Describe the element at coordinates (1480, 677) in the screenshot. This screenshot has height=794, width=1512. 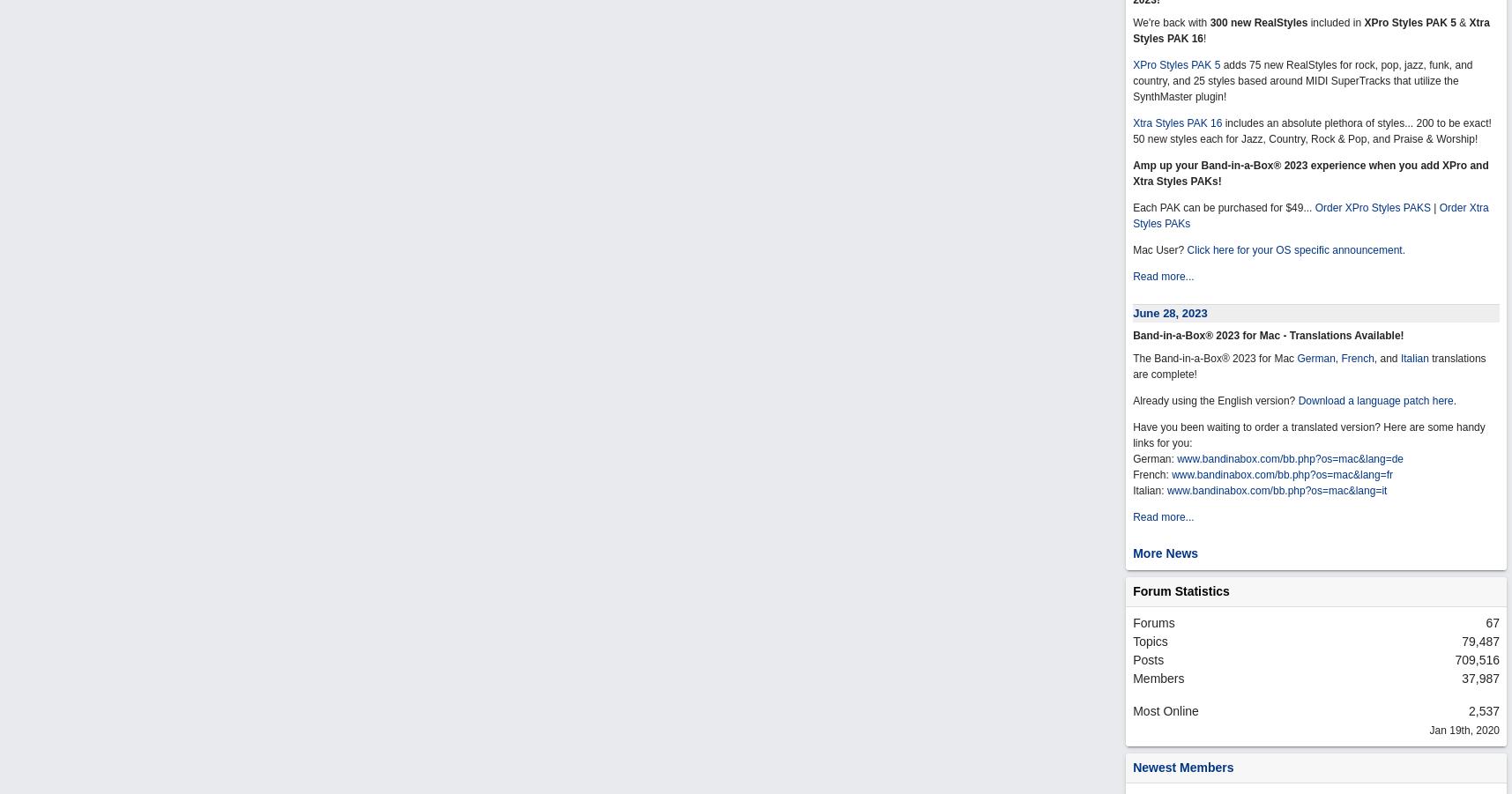
I see `'37,987'` at that location.